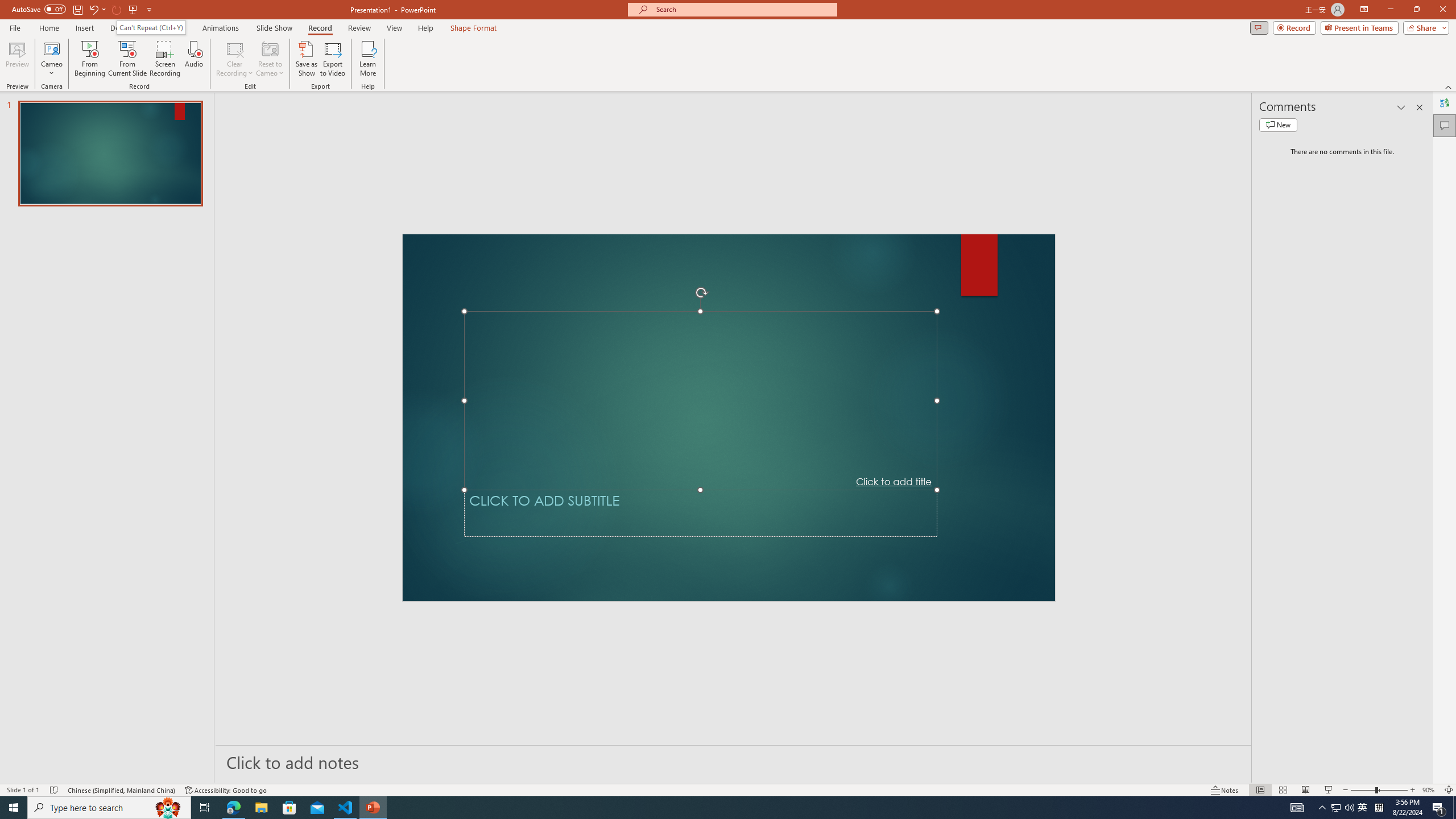 This screenshot has width=1456, height=819. What do you see at coordinates (226, 790) in the screenshot?
I see `'Accessibility Checker Accessibility: Good to go'` at bounding box center [226, 790].